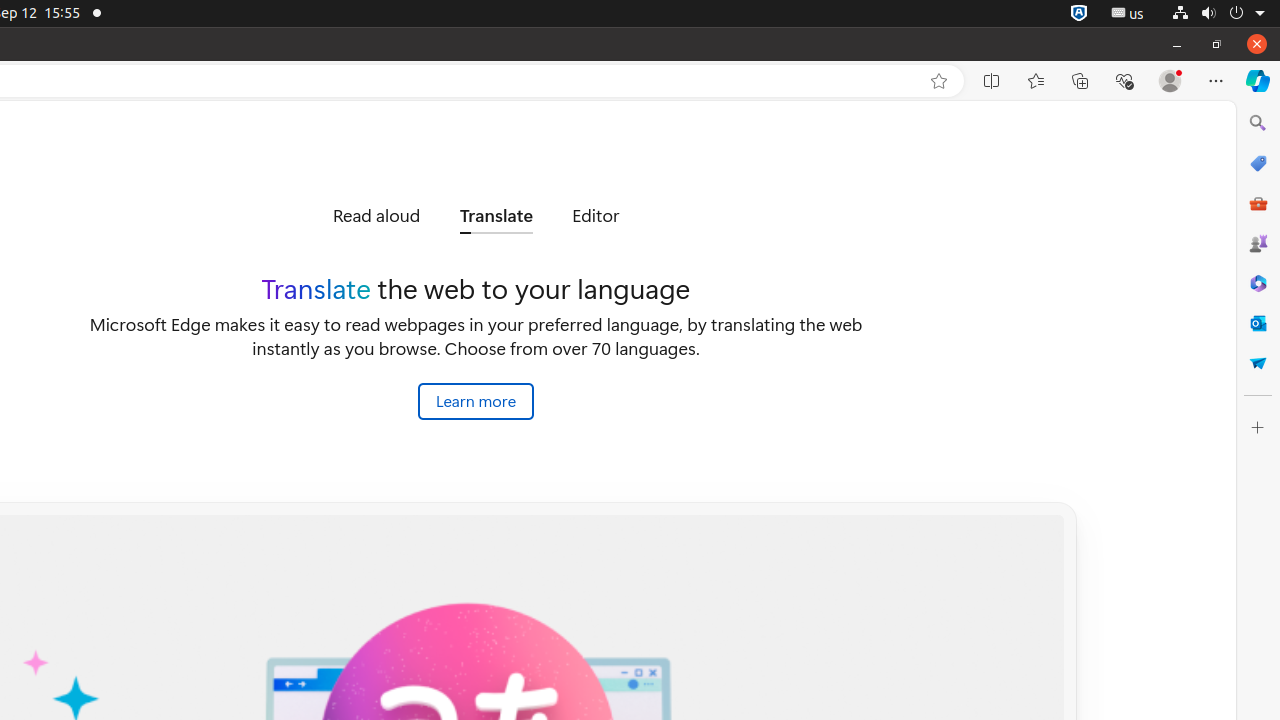  What do you see at coordinates (496, 216) in the screenshot?
I see `'Translate Translate'` at bounding box center [496, 216].